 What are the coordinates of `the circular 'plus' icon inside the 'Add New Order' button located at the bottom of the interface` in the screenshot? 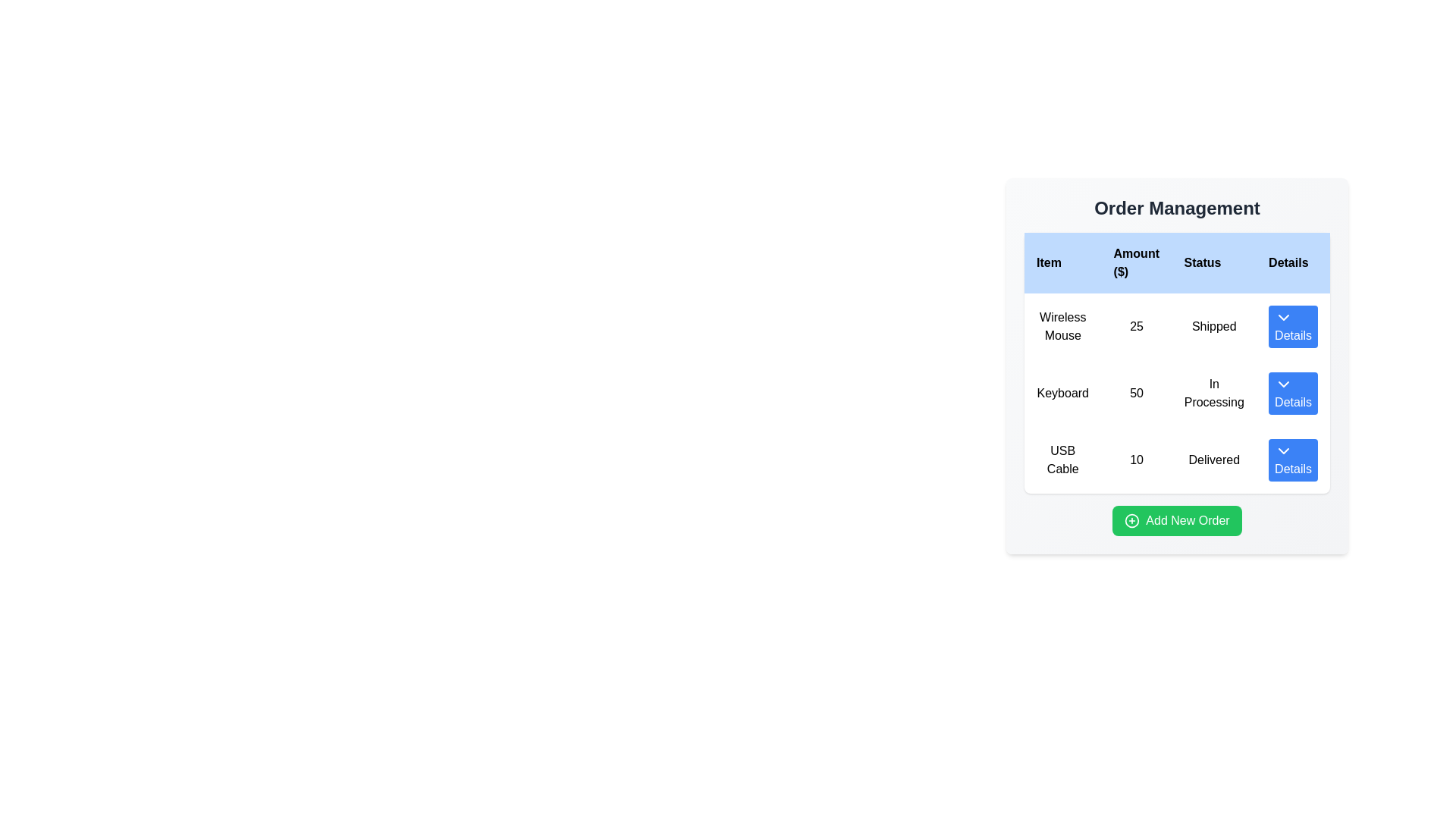 It's located at (1132, 519).